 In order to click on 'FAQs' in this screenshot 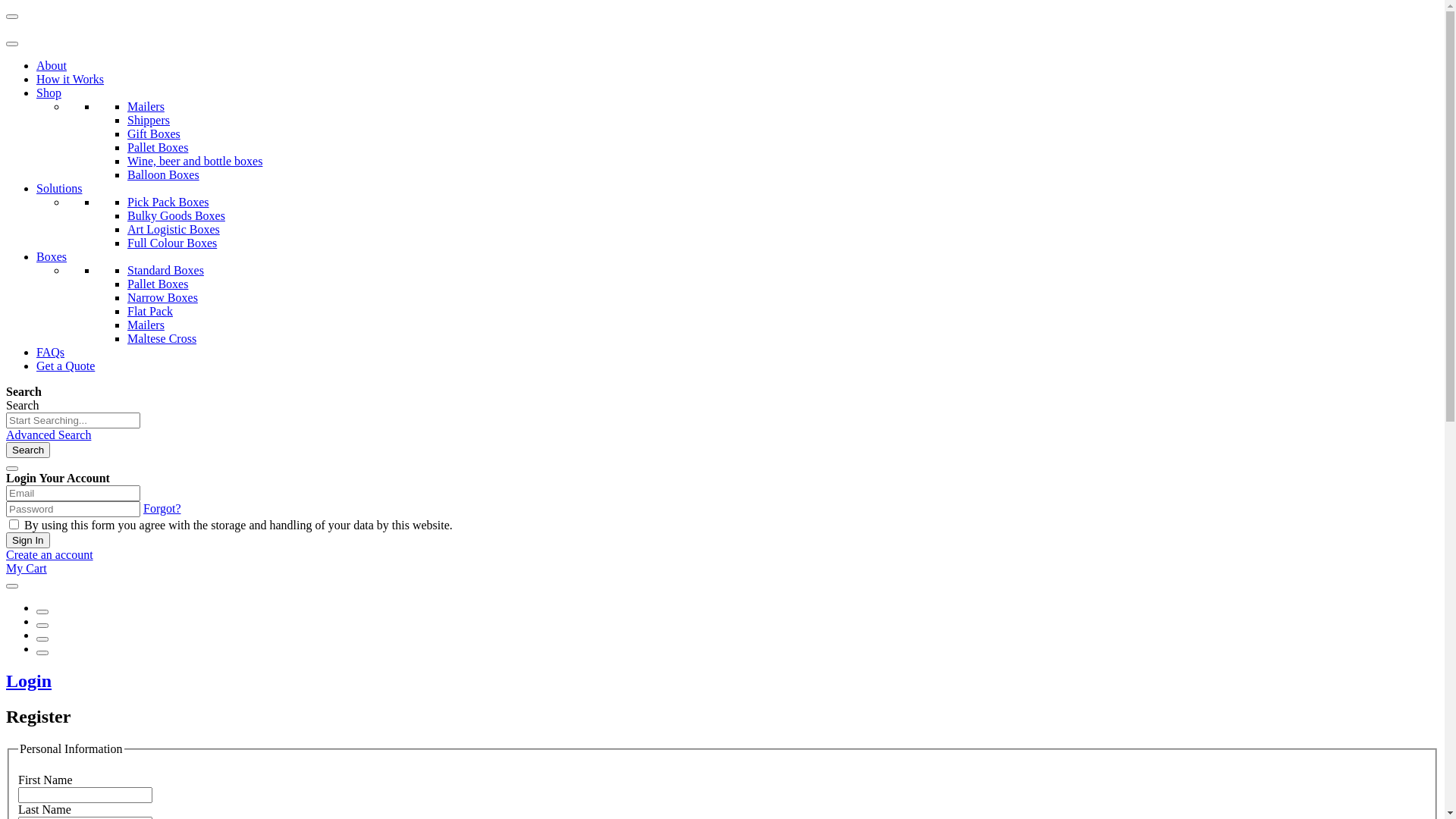, I will do `click(36, 352)`.